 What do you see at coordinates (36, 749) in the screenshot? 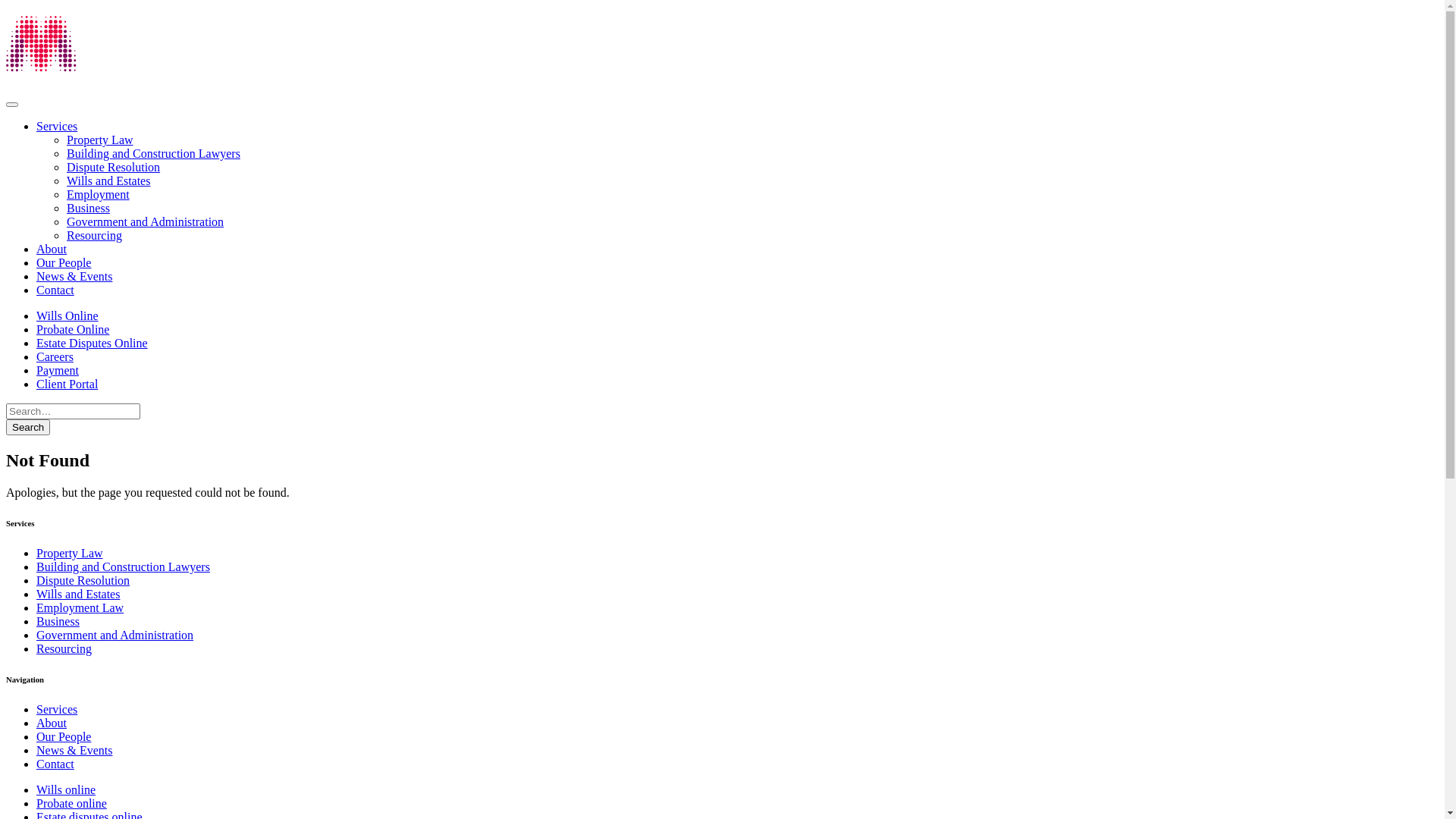
I see `'News & Events'` at bounding box center [36, 749].